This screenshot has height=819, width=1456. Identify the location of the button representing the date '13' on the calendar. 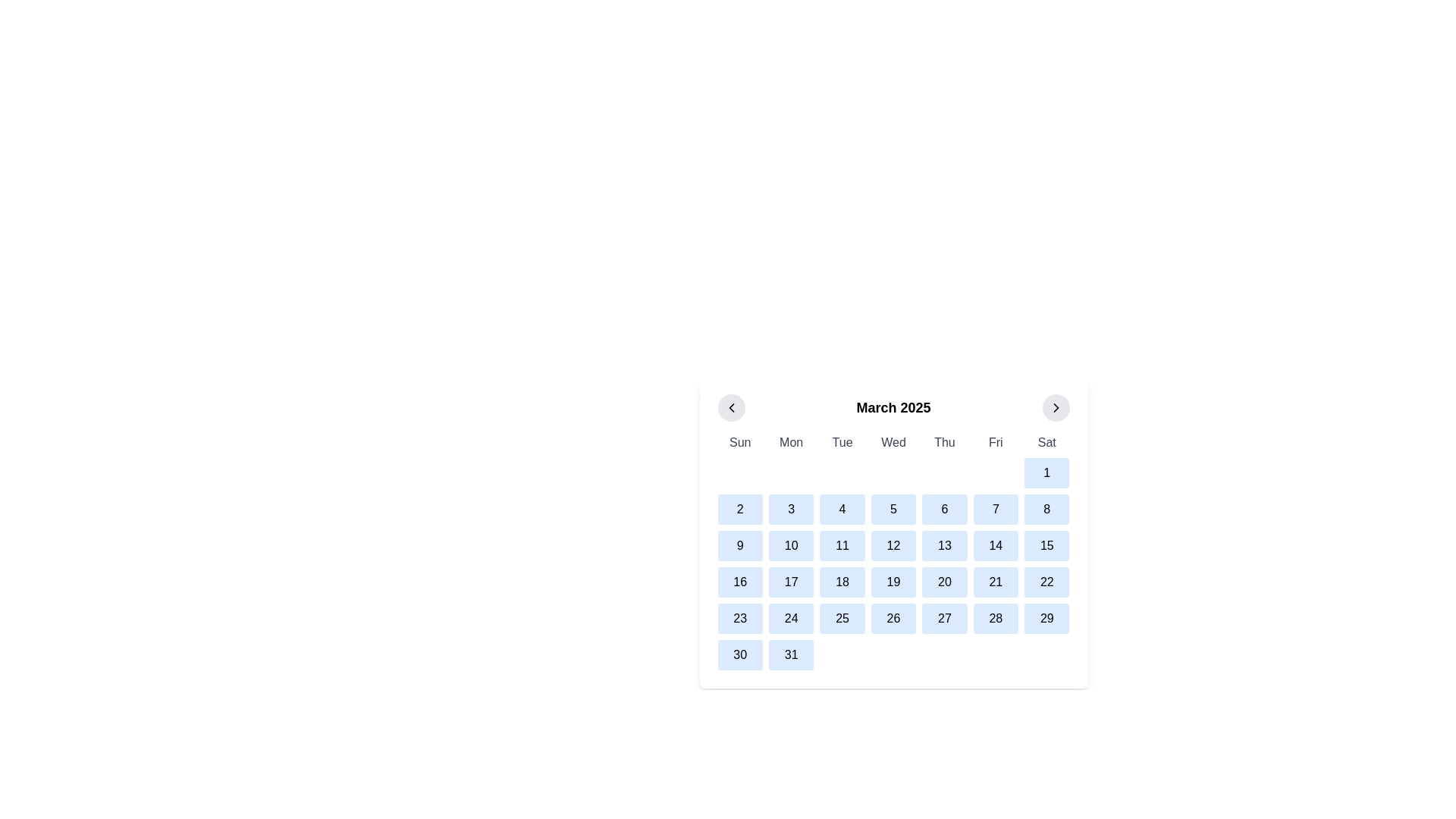
(943, 546).